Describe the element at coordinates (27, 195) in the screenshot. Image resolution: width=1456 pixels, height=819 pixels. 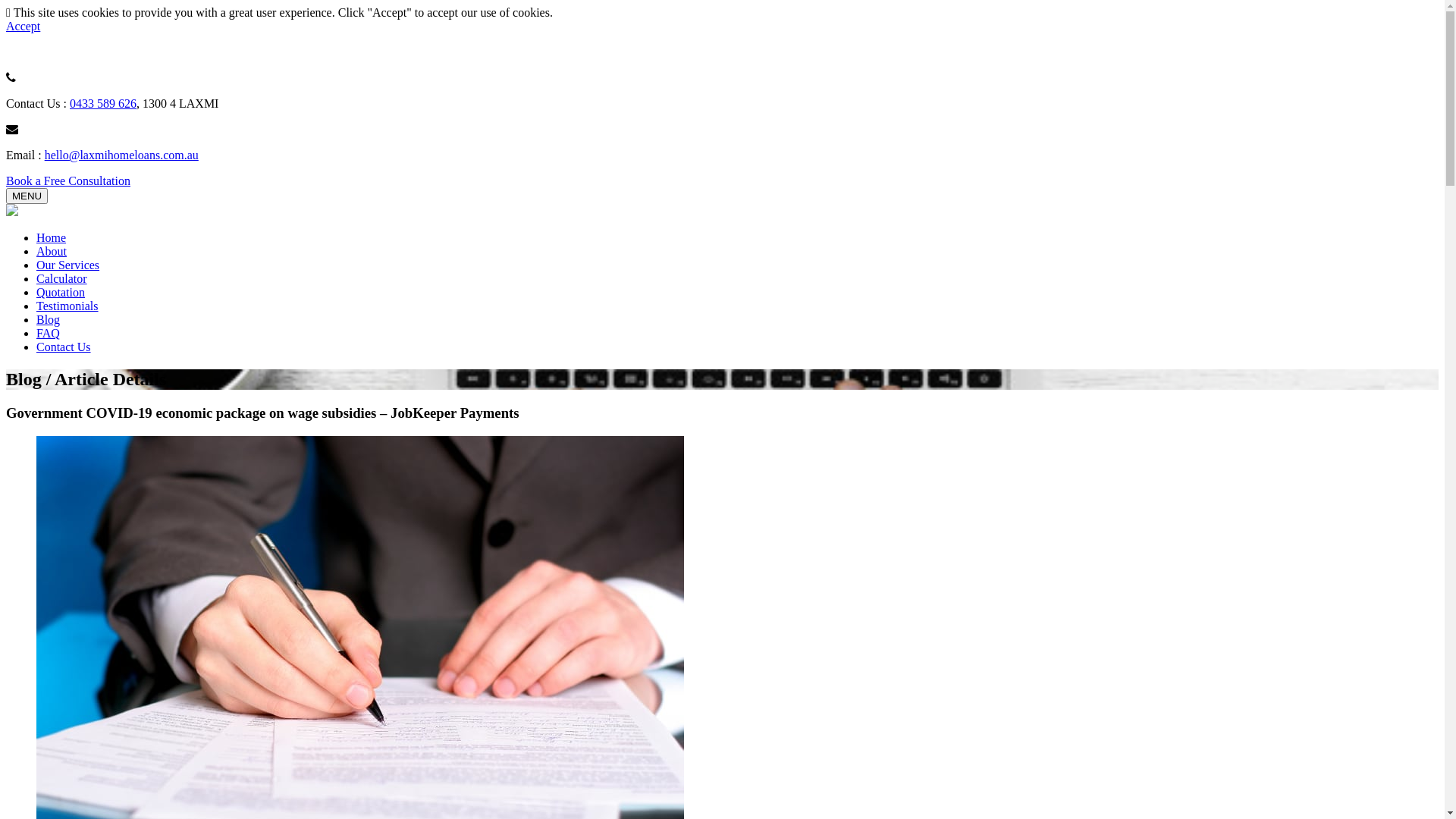
I see `'MENU'` at that location.